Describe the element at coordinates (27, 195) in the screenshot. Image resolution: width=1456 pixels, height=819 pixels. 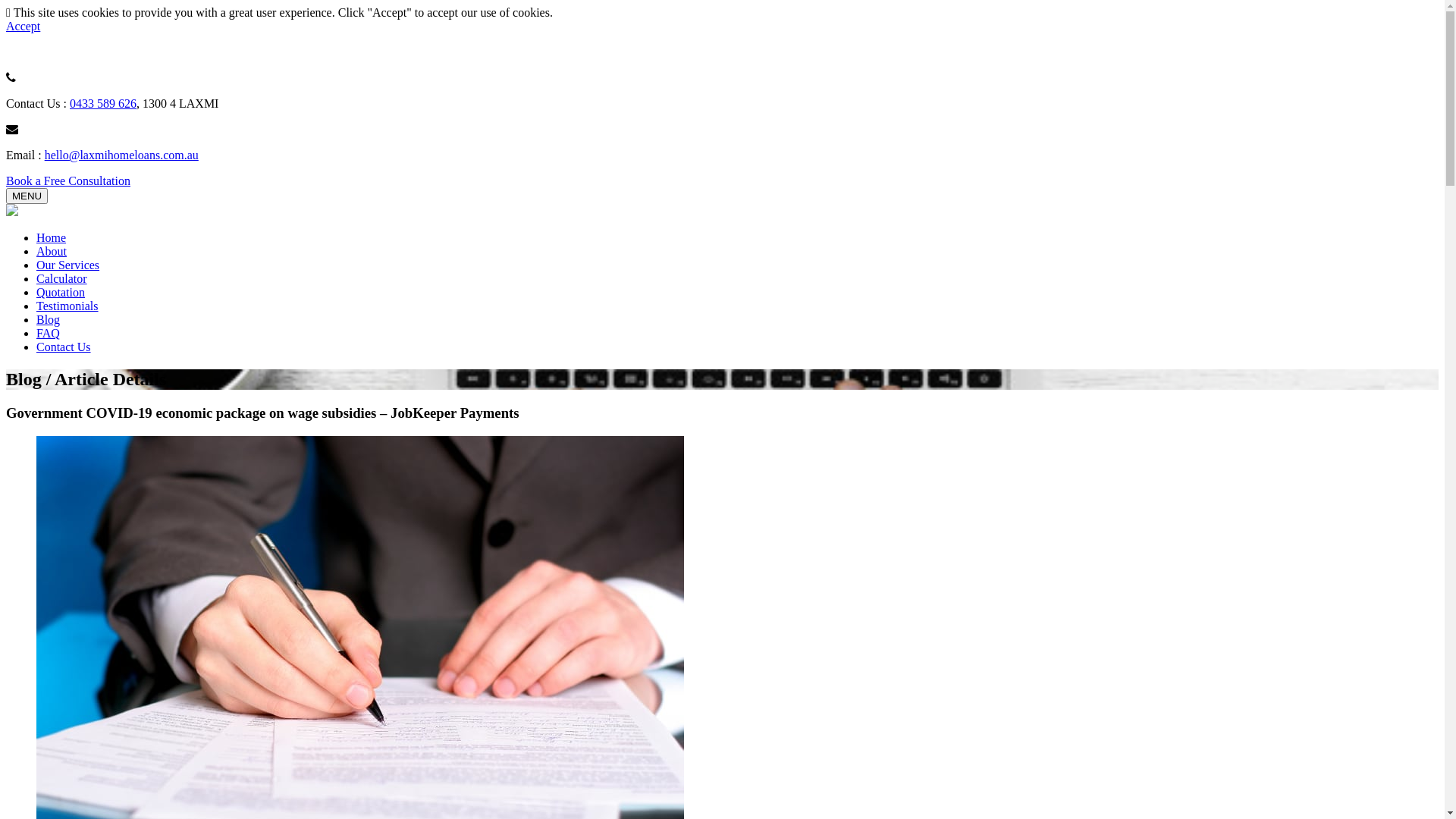
I see `'MENU'` at that location.